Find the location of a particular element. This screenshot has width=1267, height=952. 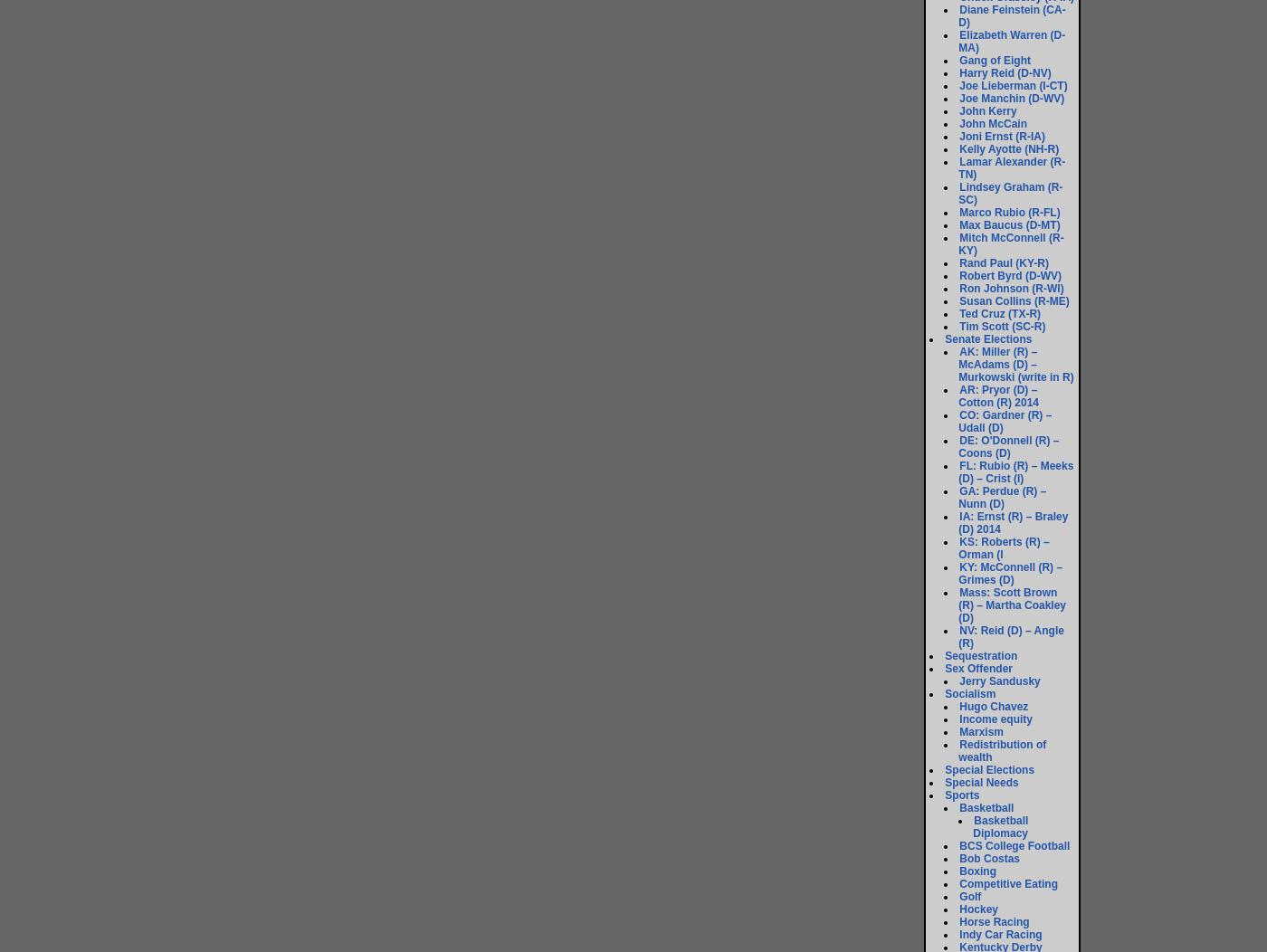

'Lamar Alexander (R-TN)' is located at coordinates (1012, 167).